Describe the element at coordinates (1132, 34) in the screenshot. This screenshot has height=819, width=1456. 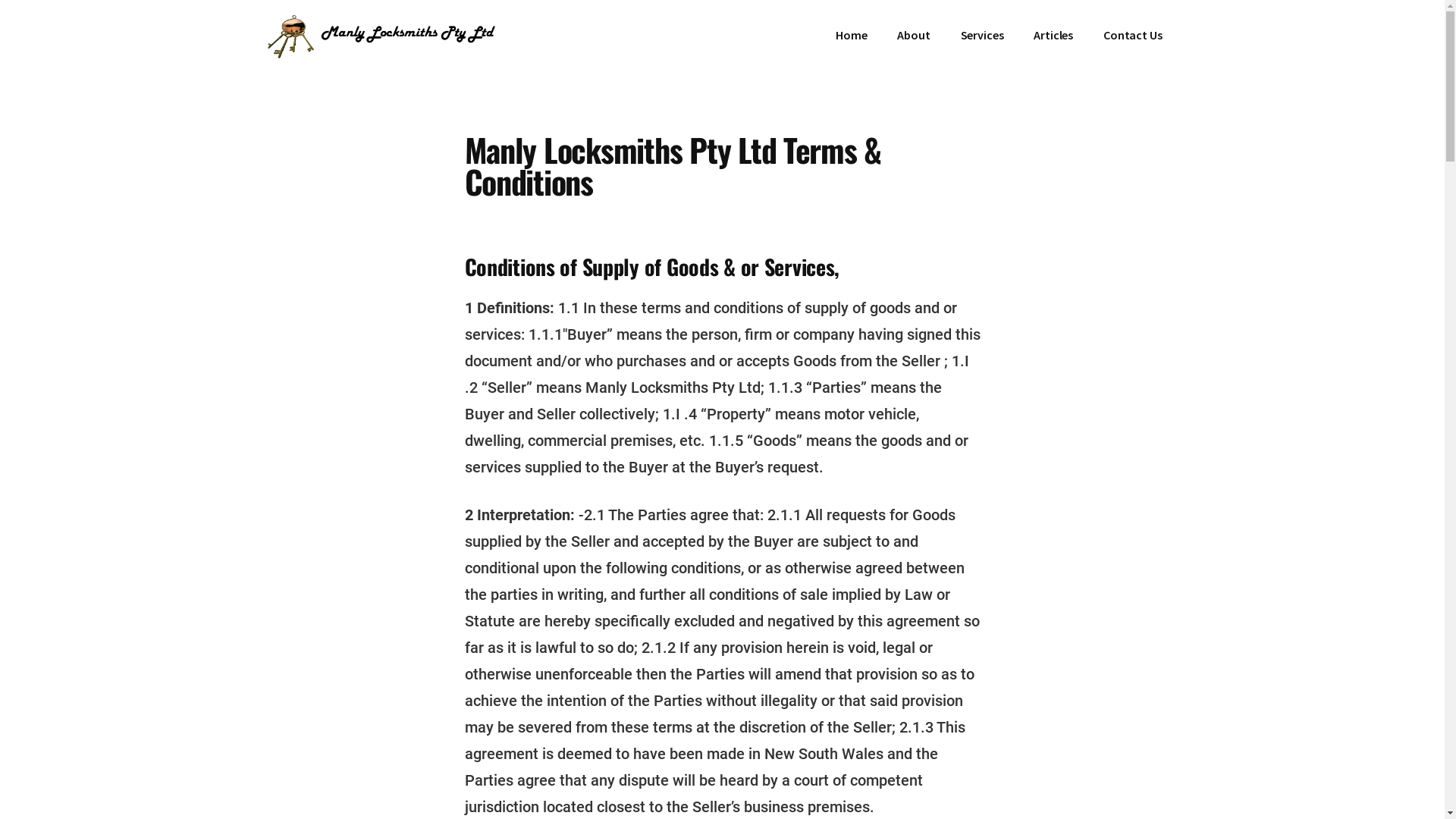
I see `'Contact Us'` at that location.